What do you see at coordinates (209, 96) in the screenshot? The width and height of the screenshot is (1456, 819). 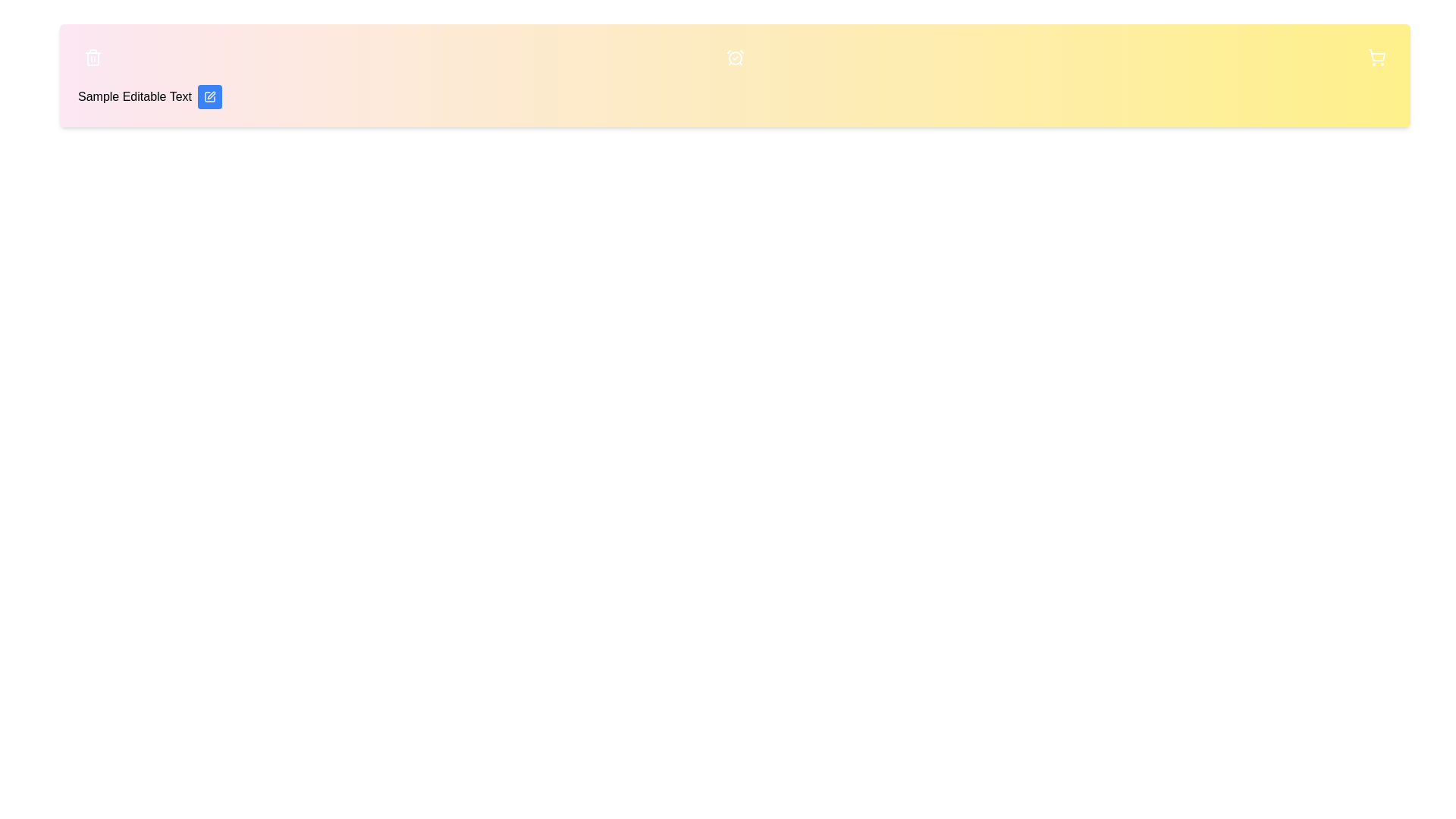 I see `the edit button with an icon located to the immediate right of 'Sample Editable Text'` at bounding box center [209, 96].